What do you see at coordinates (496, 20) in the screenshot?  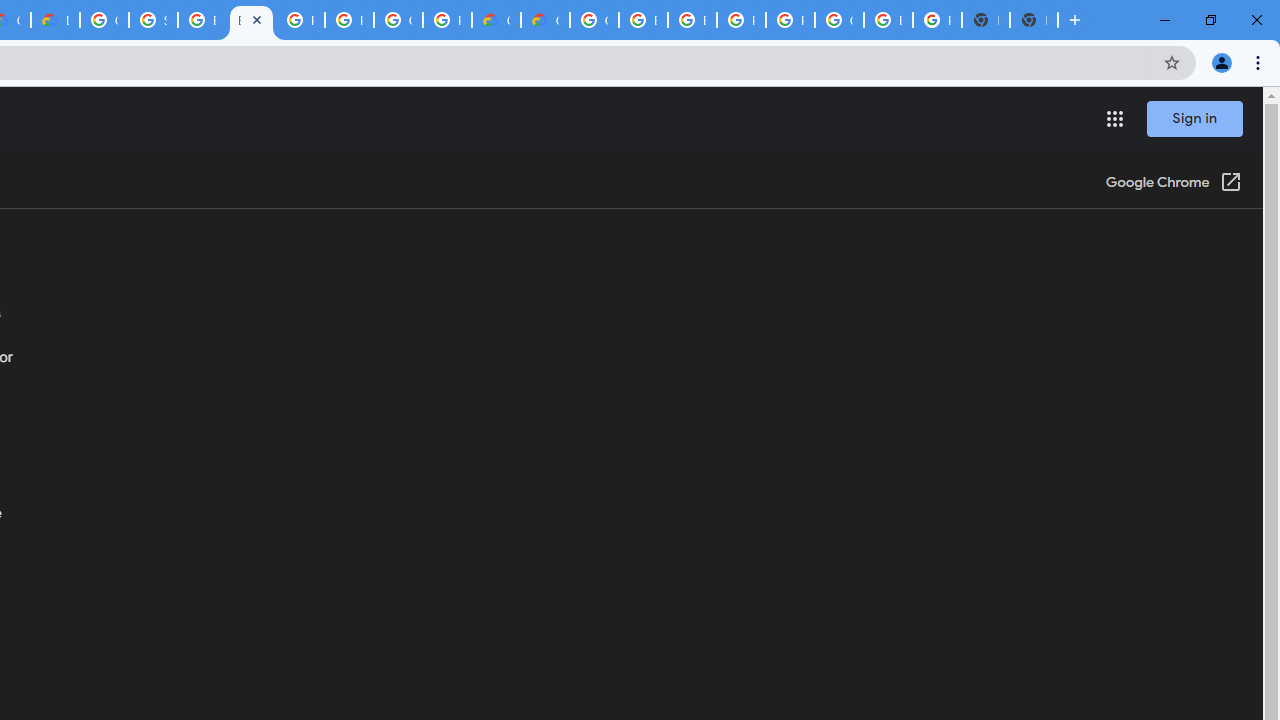 I see `'Customer Care | Google Cloud'` at bounding box center [496, 20].